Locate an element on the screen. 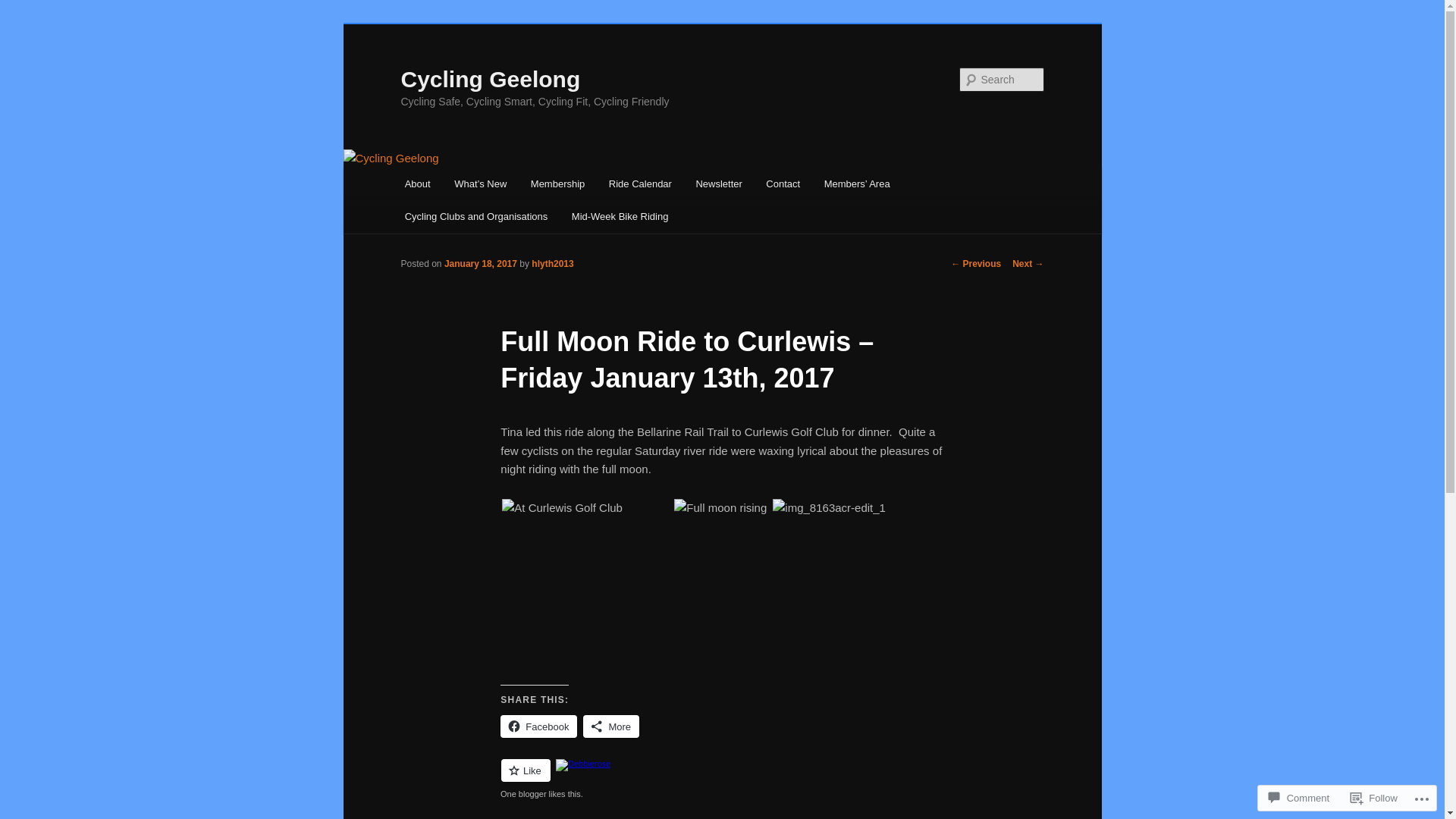  'January 18, 2017' is located at coordinates (479, 262).